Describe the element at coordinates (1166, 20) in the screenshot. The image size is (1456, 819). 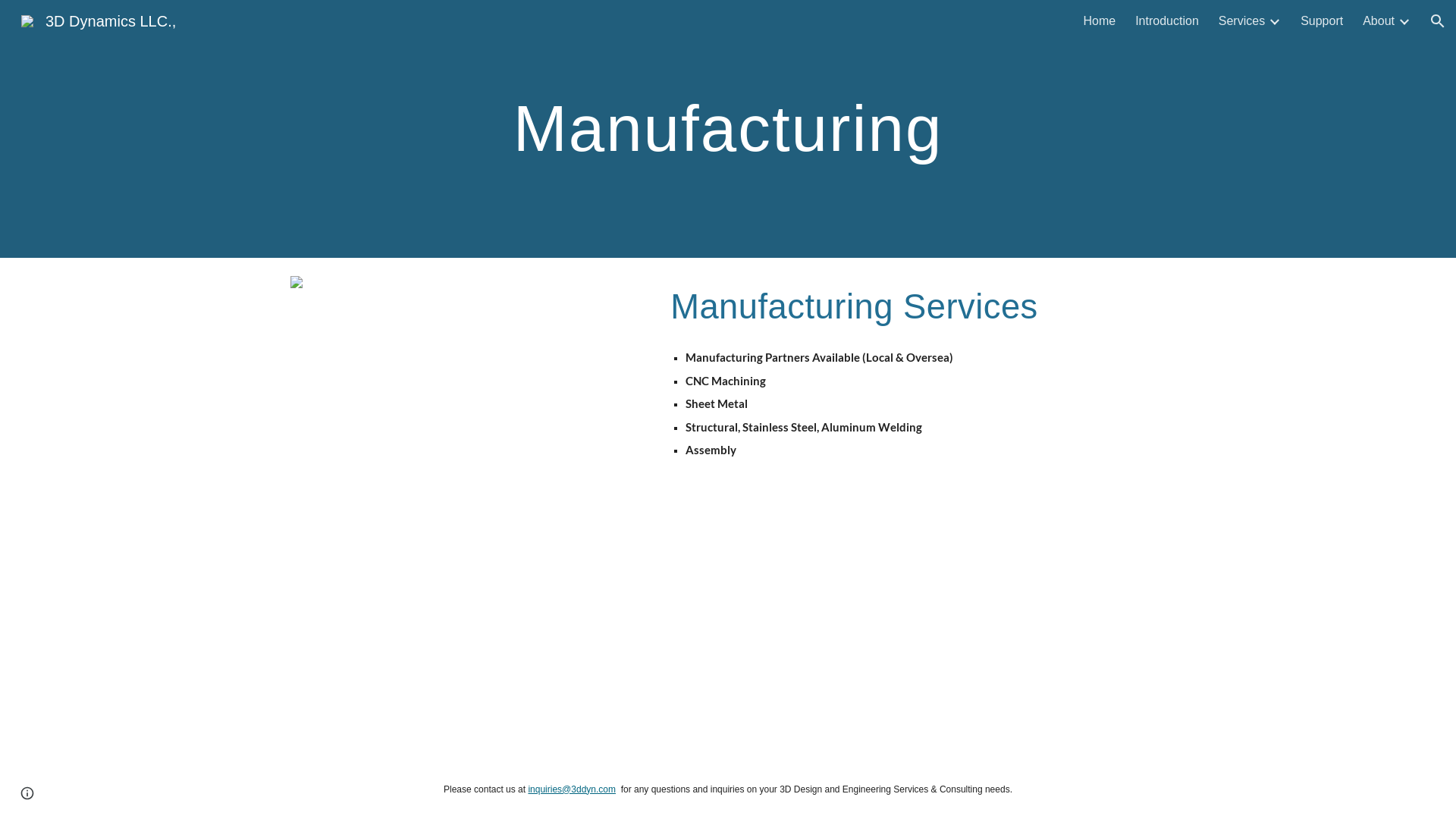
I see `'Introduction'` at that location.